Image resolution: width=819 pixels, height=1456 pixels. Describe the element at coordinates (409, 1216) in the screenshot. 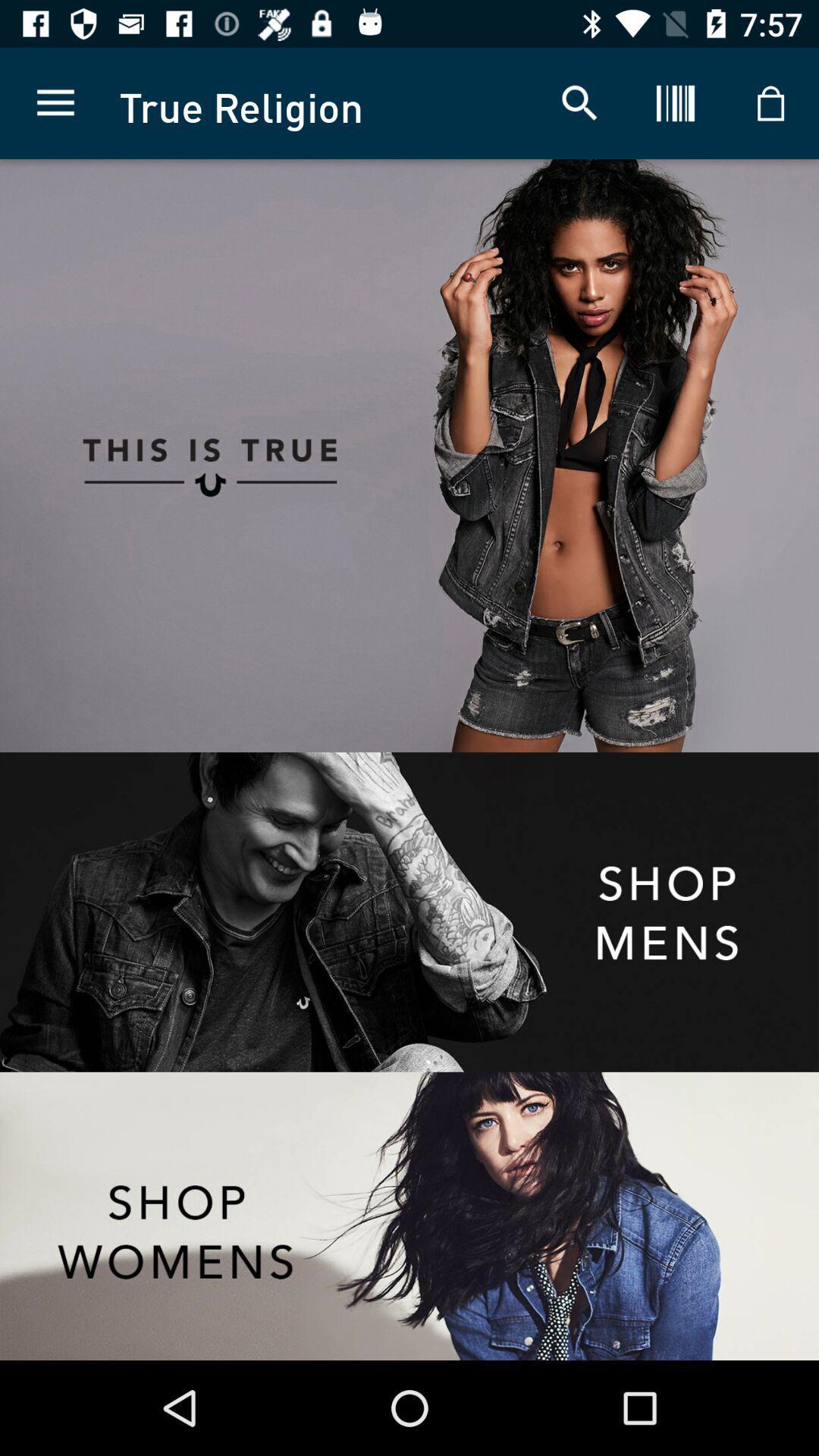

I see `shop this section` at that location.